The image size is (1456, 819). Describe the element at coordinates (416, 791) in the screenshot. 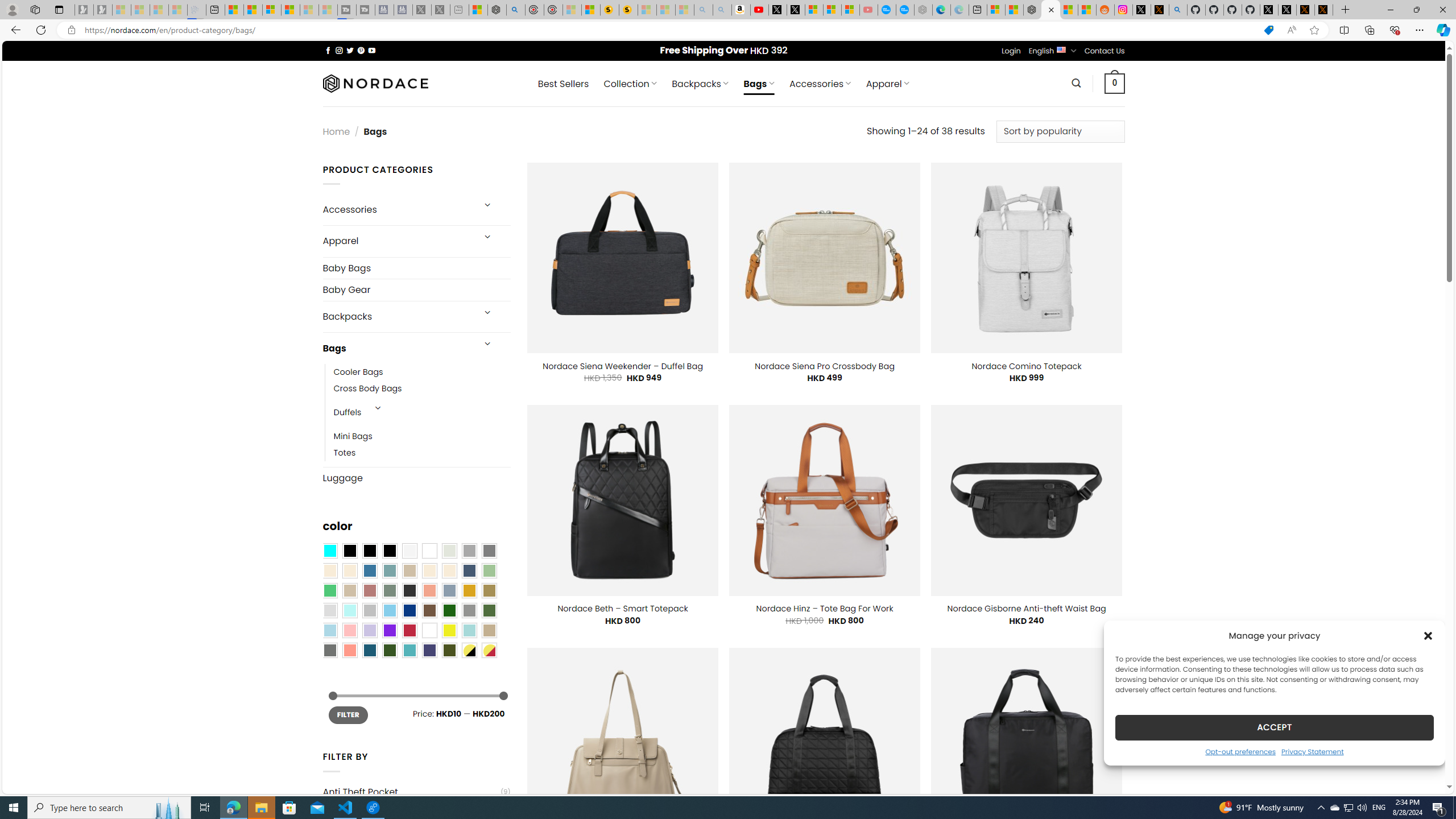

I see `'Anti Theft Pocket(9)'` at that location.